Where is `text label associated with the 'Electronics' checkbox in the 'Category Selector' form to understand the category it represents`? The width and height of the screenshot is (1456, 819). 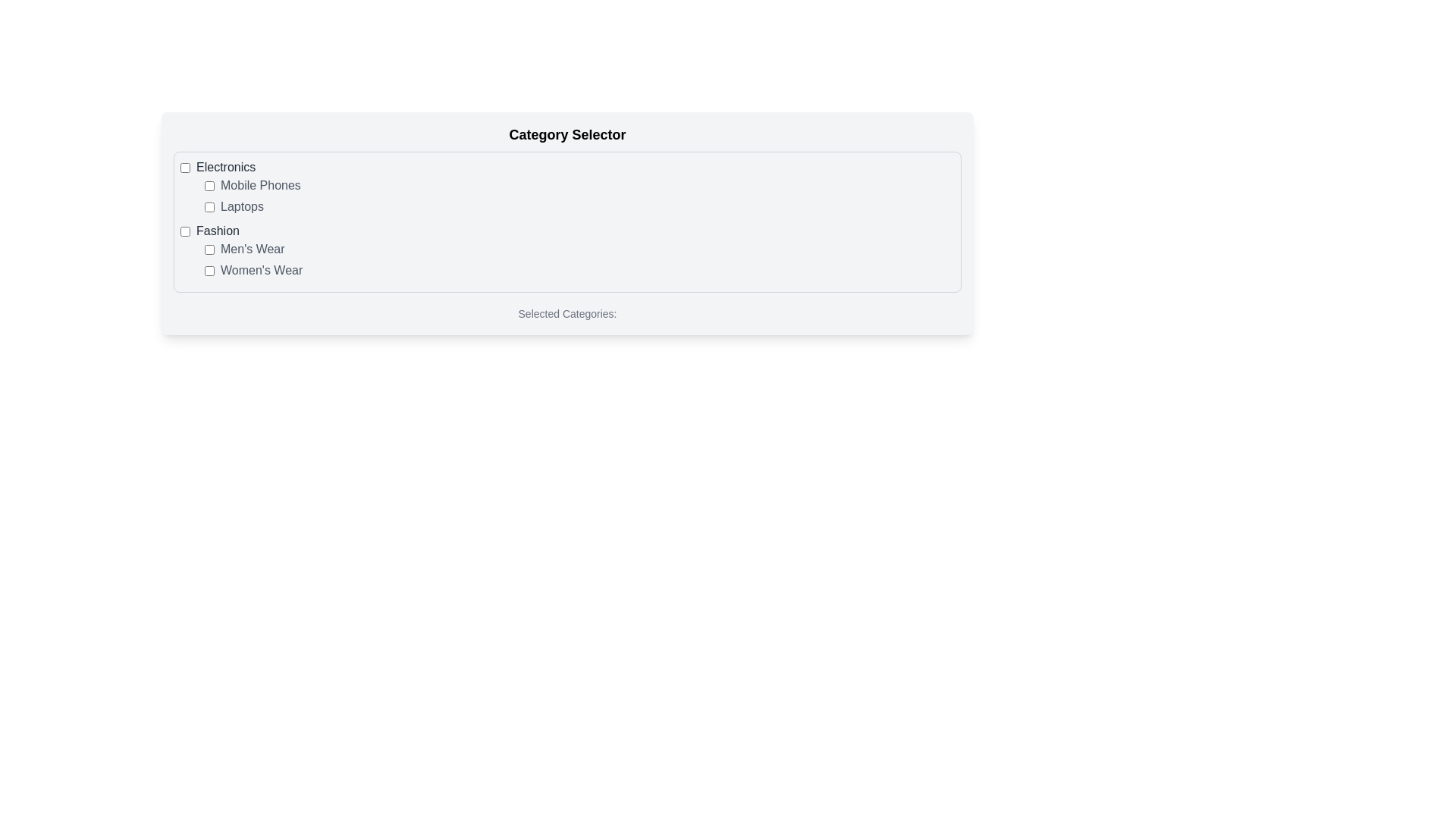
text label associated with the 'Electronics' checkbox in the 'Category Selector' form to understand the category it represents is located at coordinates (225, 167).